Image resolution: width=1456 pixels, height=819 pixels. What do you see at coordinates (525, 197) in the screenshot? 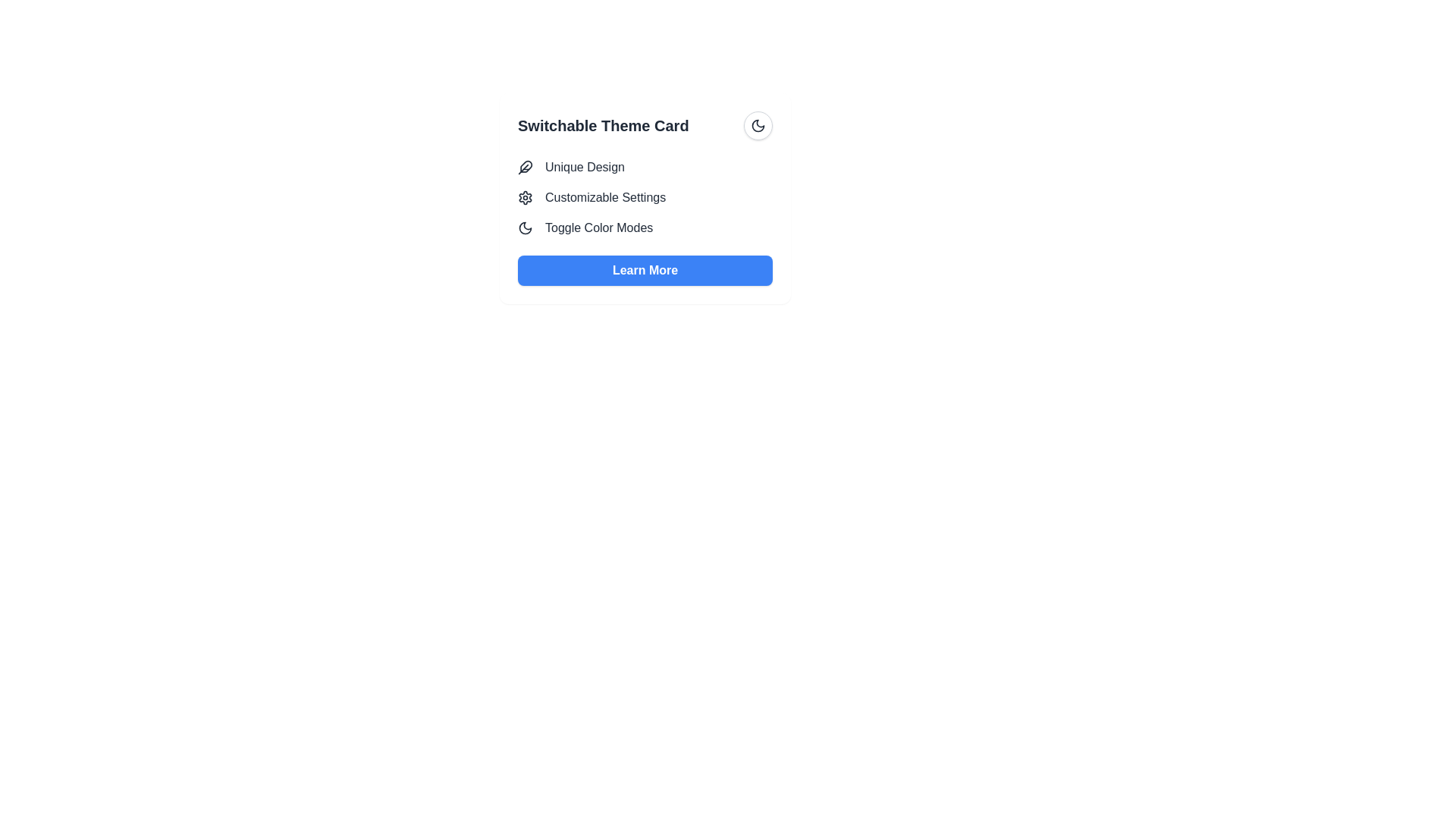
I see `the small gear icon that represents customizable settings, located to the left of the text 'Customizable Settings.'` at bounding box center [525, 197].